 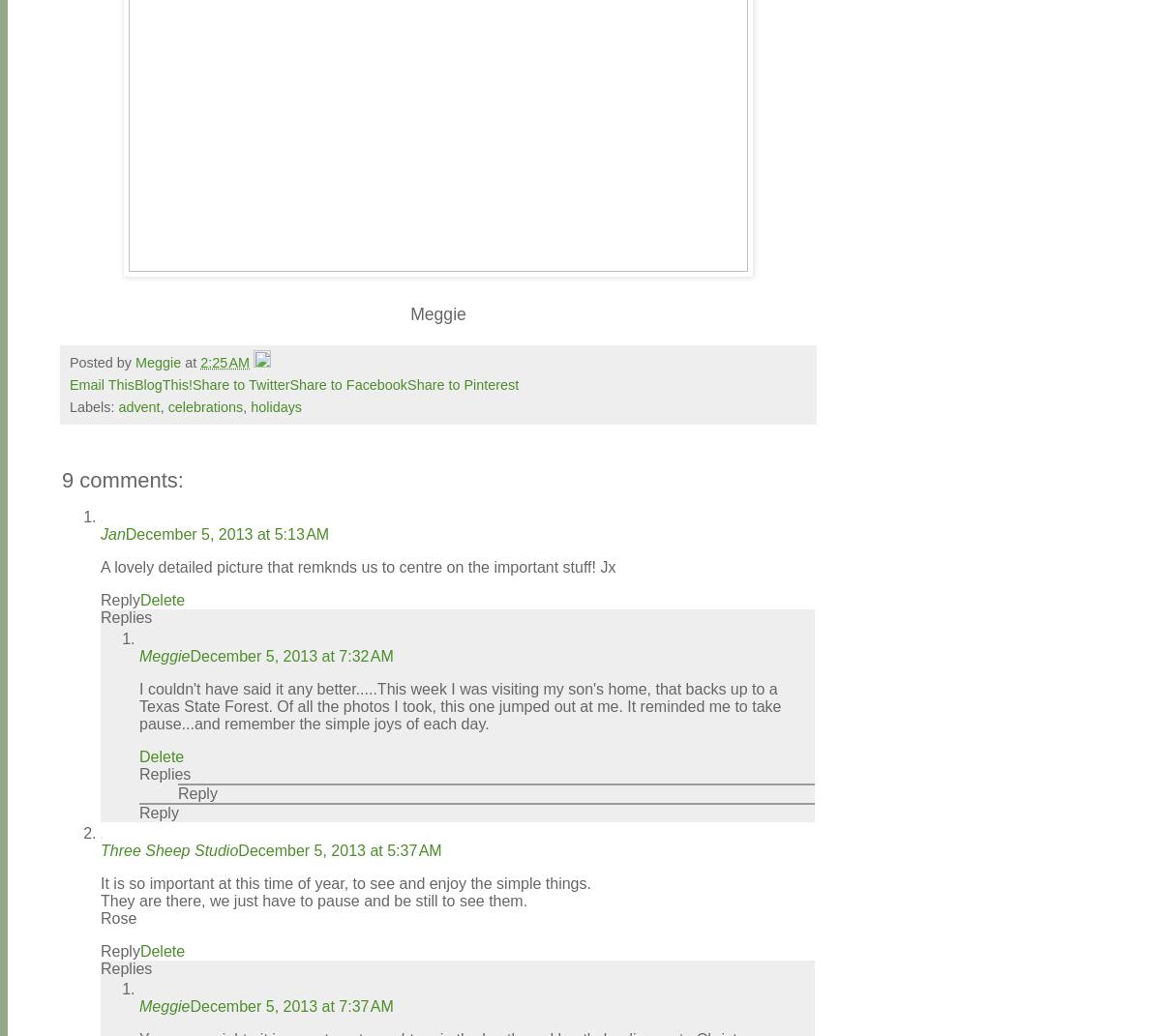 I want to click on '2:25 AM', so click(x=225, y=361).